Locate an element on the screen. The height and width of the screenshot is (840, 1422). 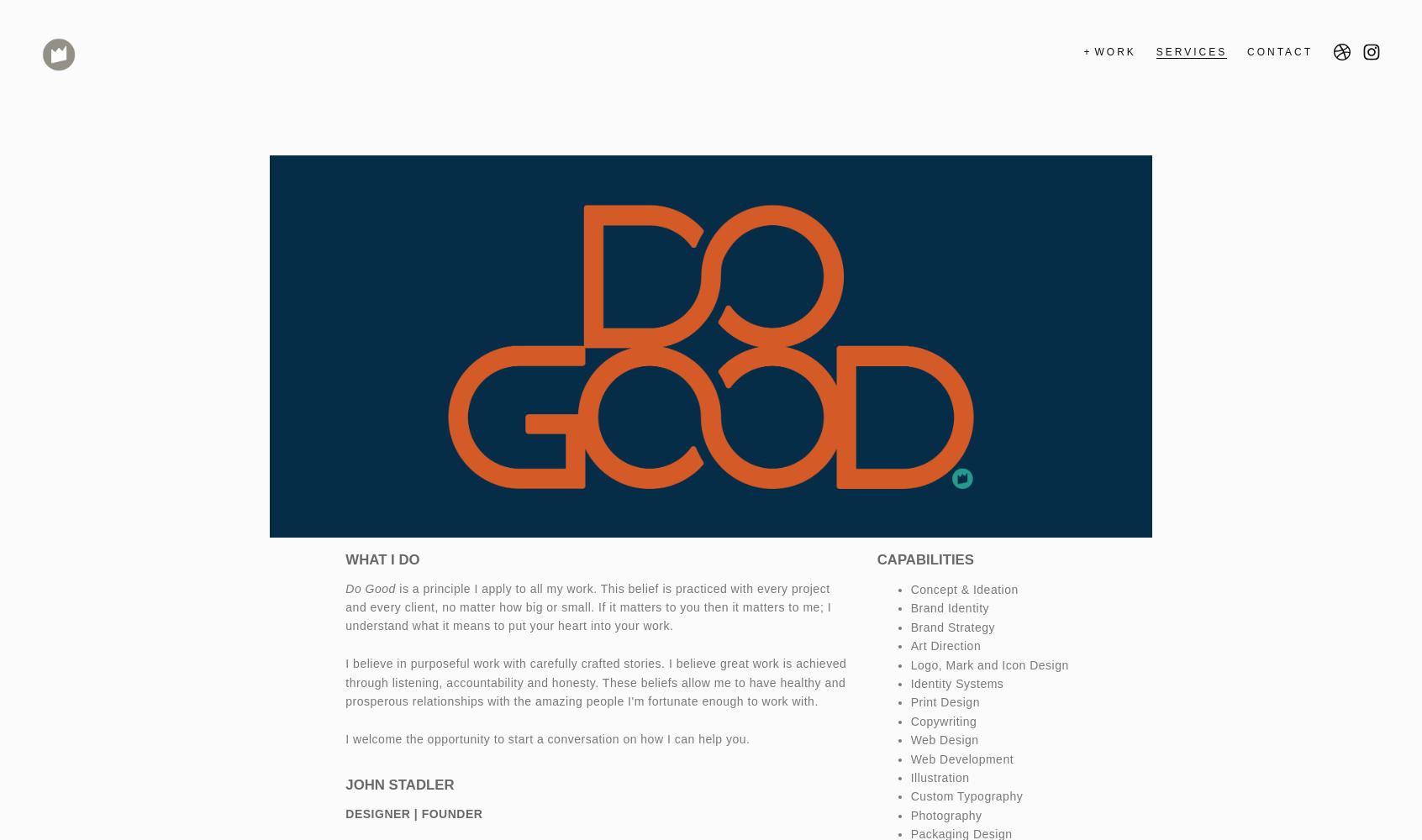
'I believe in purposeful work with carefully crafted stories. I believe great work is achieved through listening, accountability and honesty. These beliefs allow me to have healthy and prosperous relationships with the amazing people I'm fortunate enough to work with.' is located at coordinates (594, 682).